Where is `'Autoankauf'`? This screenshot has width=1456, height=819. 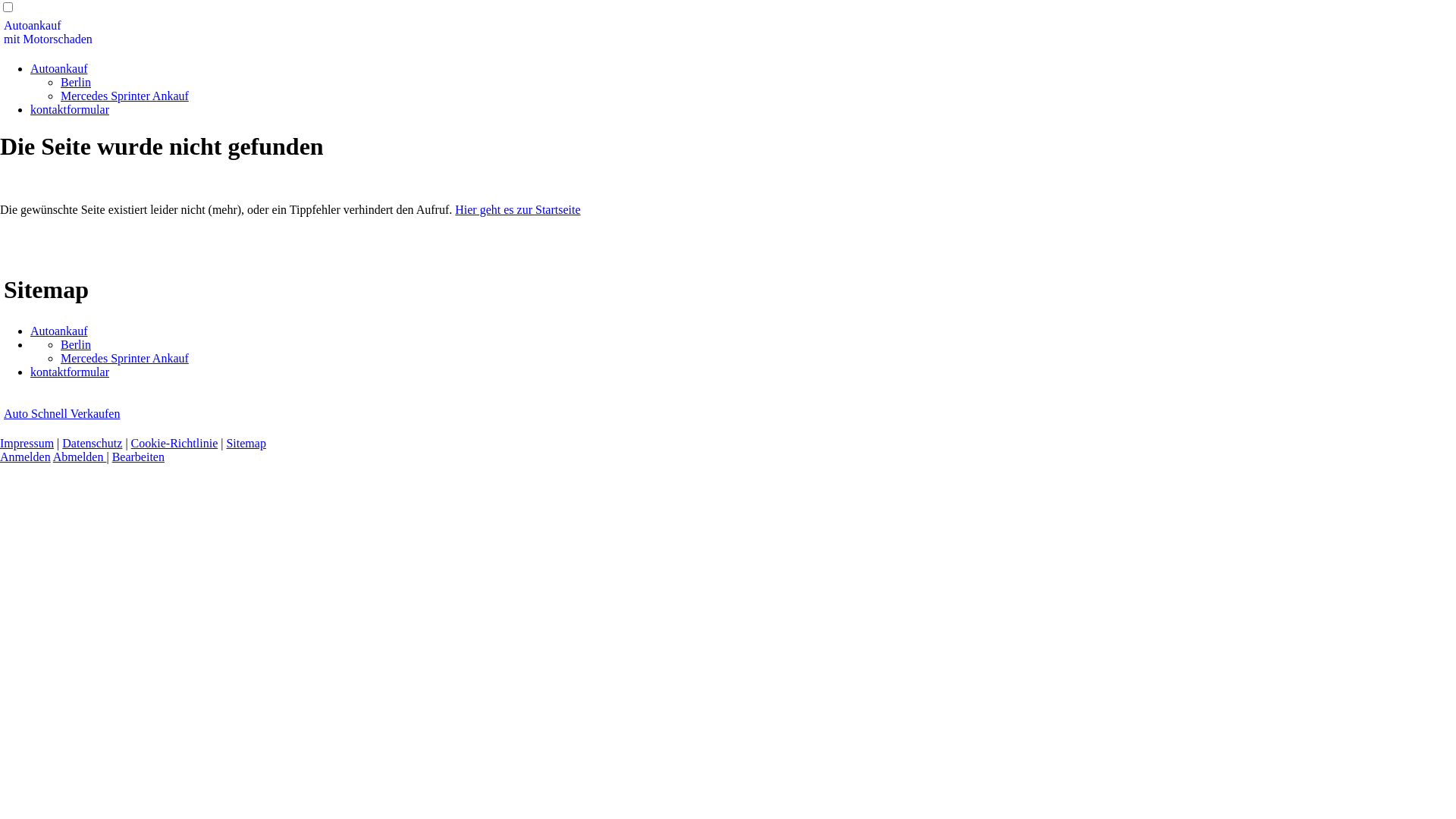 'Autoankauf' is located at coordinates (30, 330).